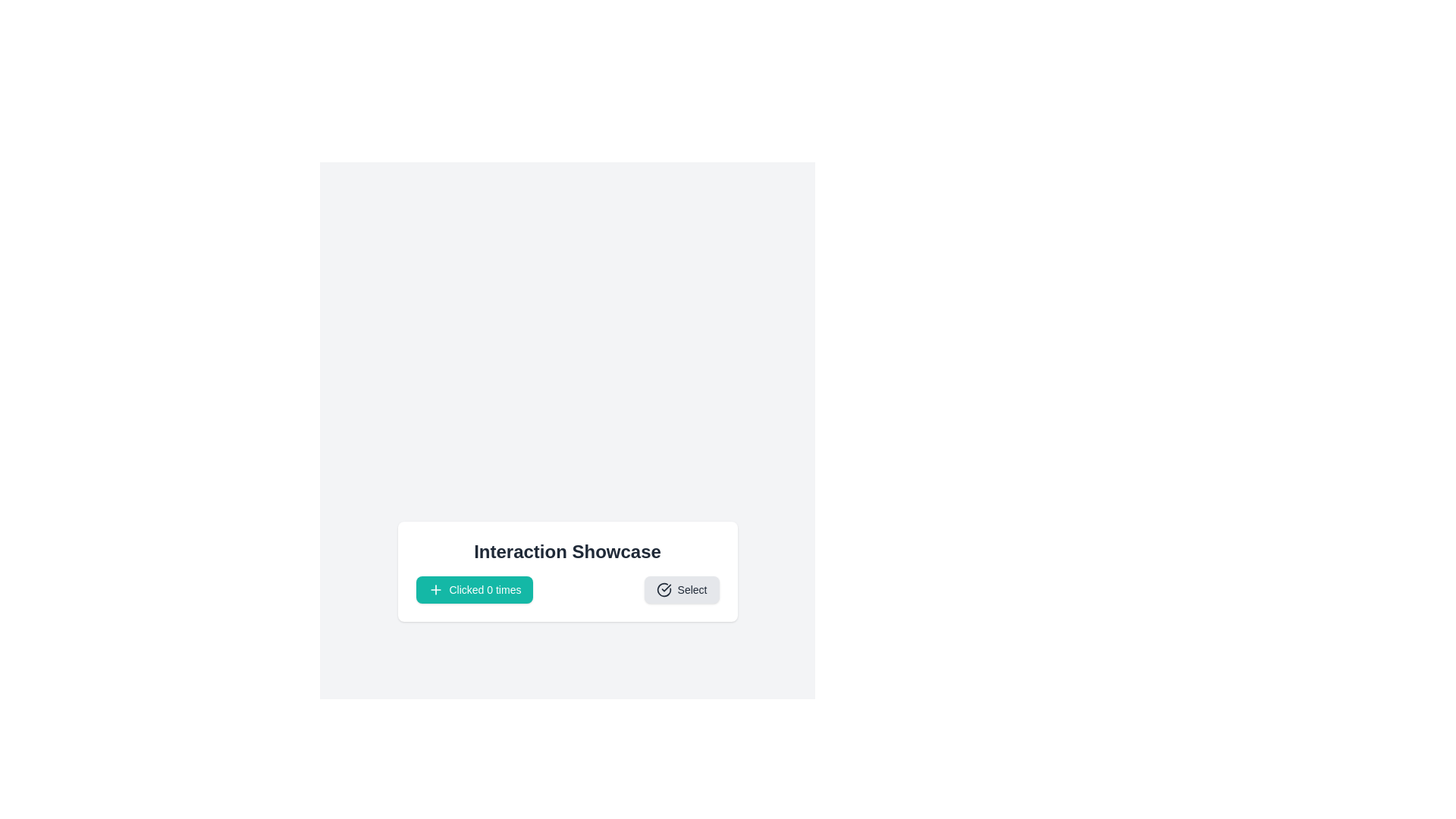  What do you see at coordinates (473, 589) in the screenshot?
I see `the increment counter button located in the 'Interaction Showcase' section to receive visual feedback before clicking` at bounding box center [473, 589].